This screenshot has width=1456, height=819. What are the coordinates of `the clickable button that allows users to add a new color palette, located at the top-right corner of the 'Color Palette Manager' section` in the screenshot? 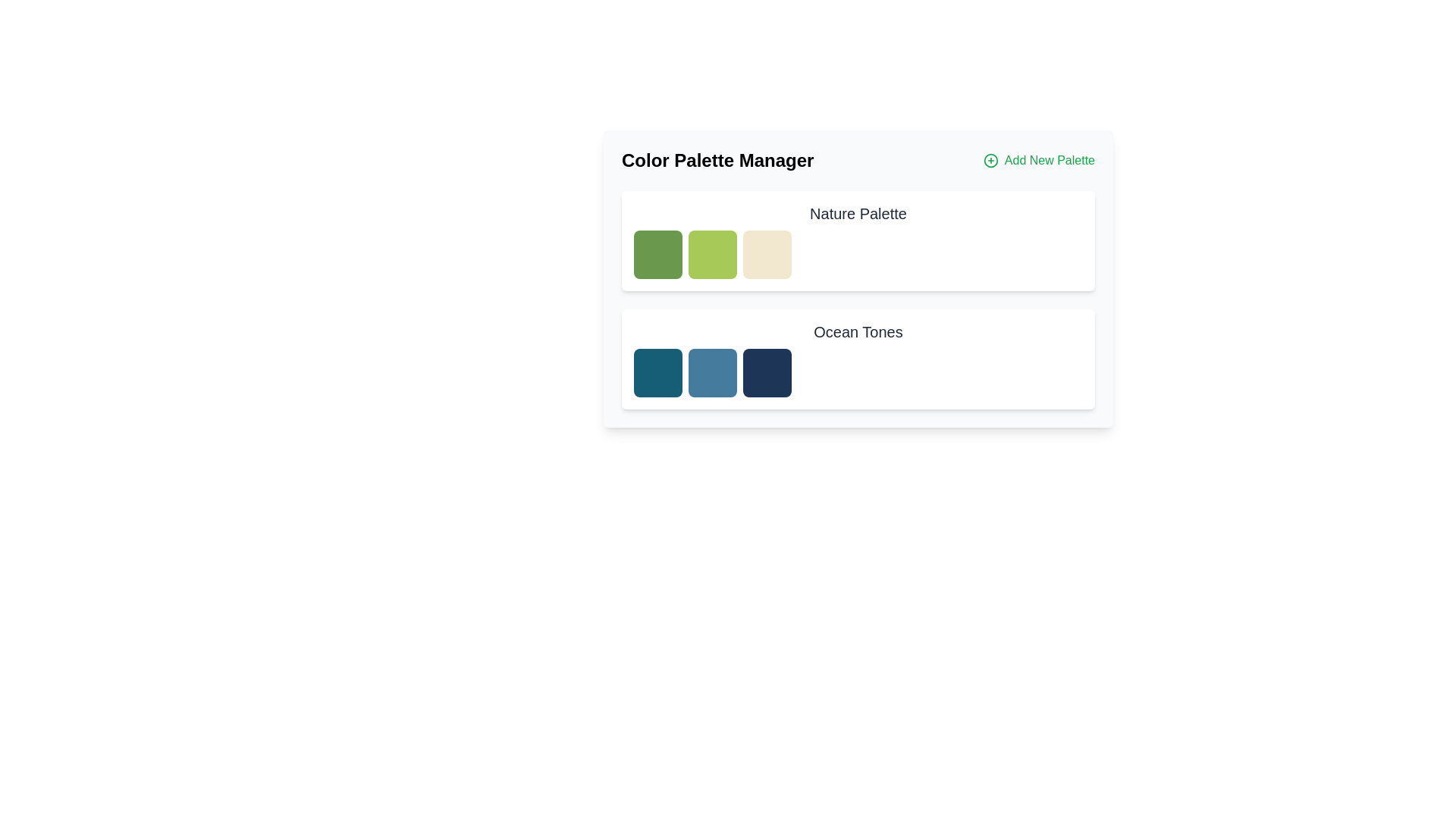 It's located at (1038, 161).